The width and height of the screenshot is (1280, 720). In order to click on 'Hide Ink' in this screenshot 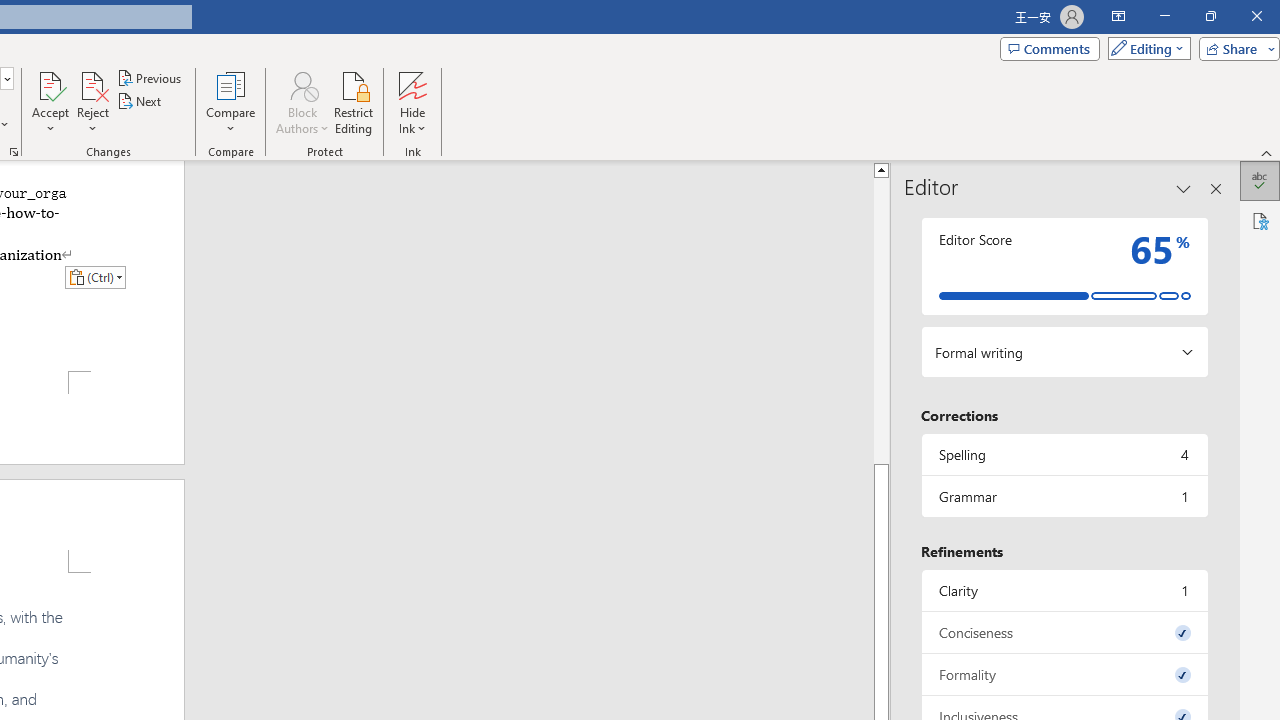, I will do `click(411, 84)`.